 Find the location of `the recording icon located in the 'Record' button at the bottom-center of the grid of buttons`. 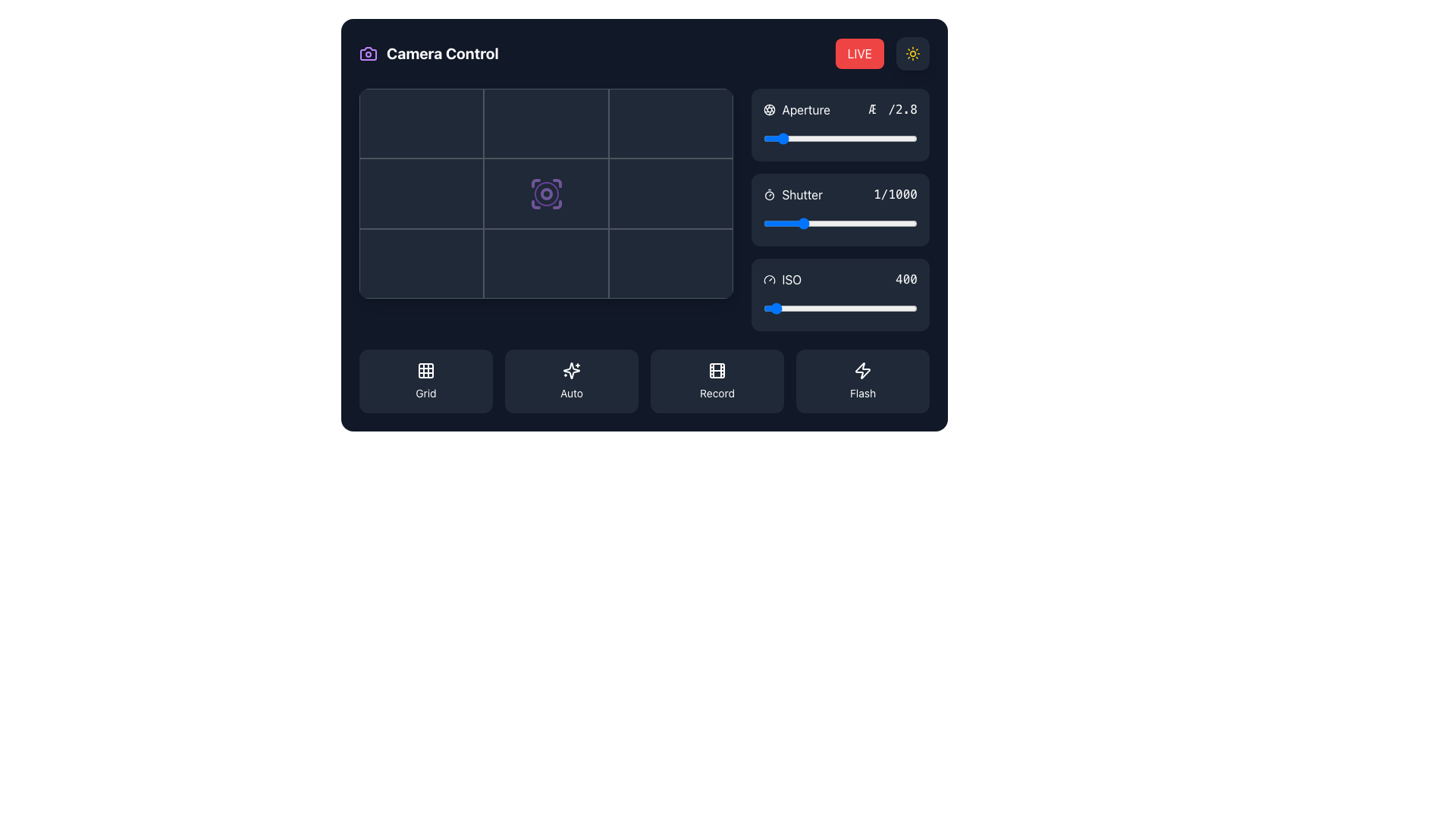

the recording icon located in the 'Record' button at the bottom-center of the grid of buttons is located at coordinates (716, 371).